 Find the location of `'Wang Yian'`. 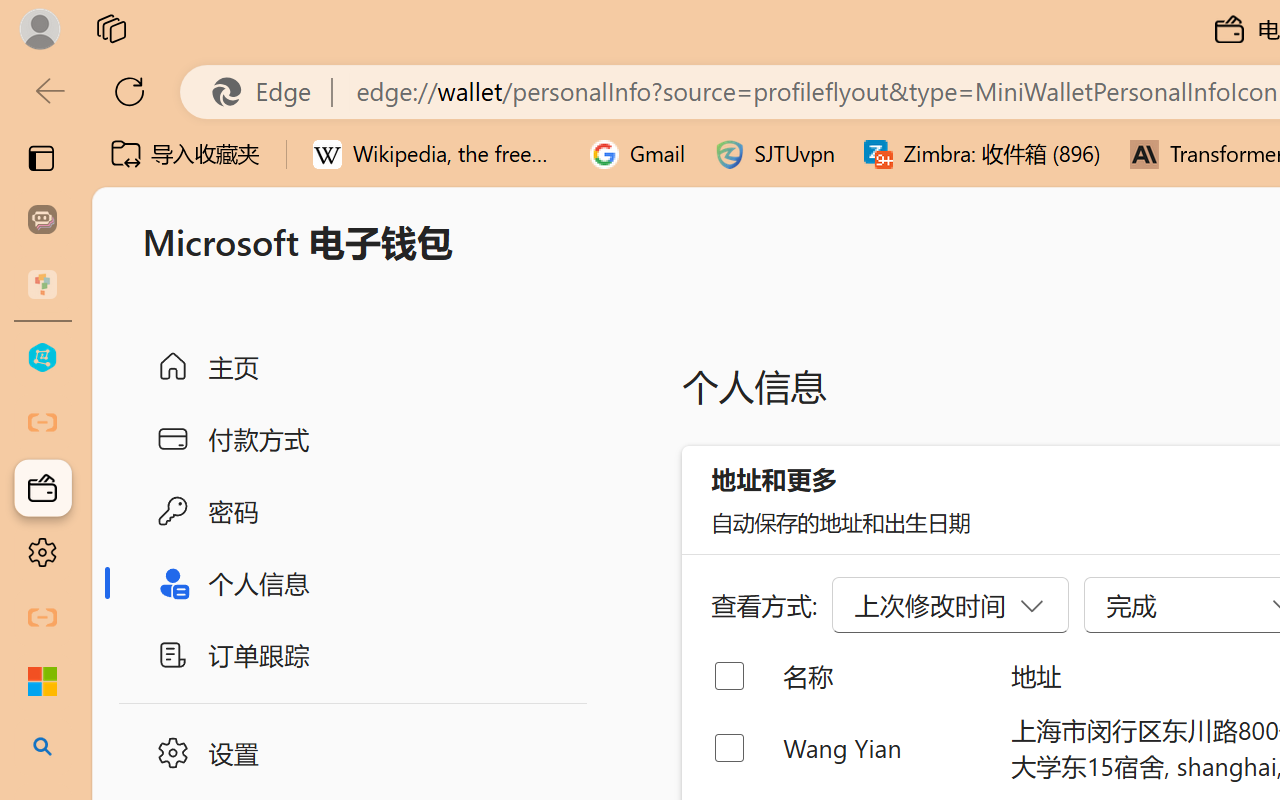

'Wang Yian' is located at coordinates (880, 747).